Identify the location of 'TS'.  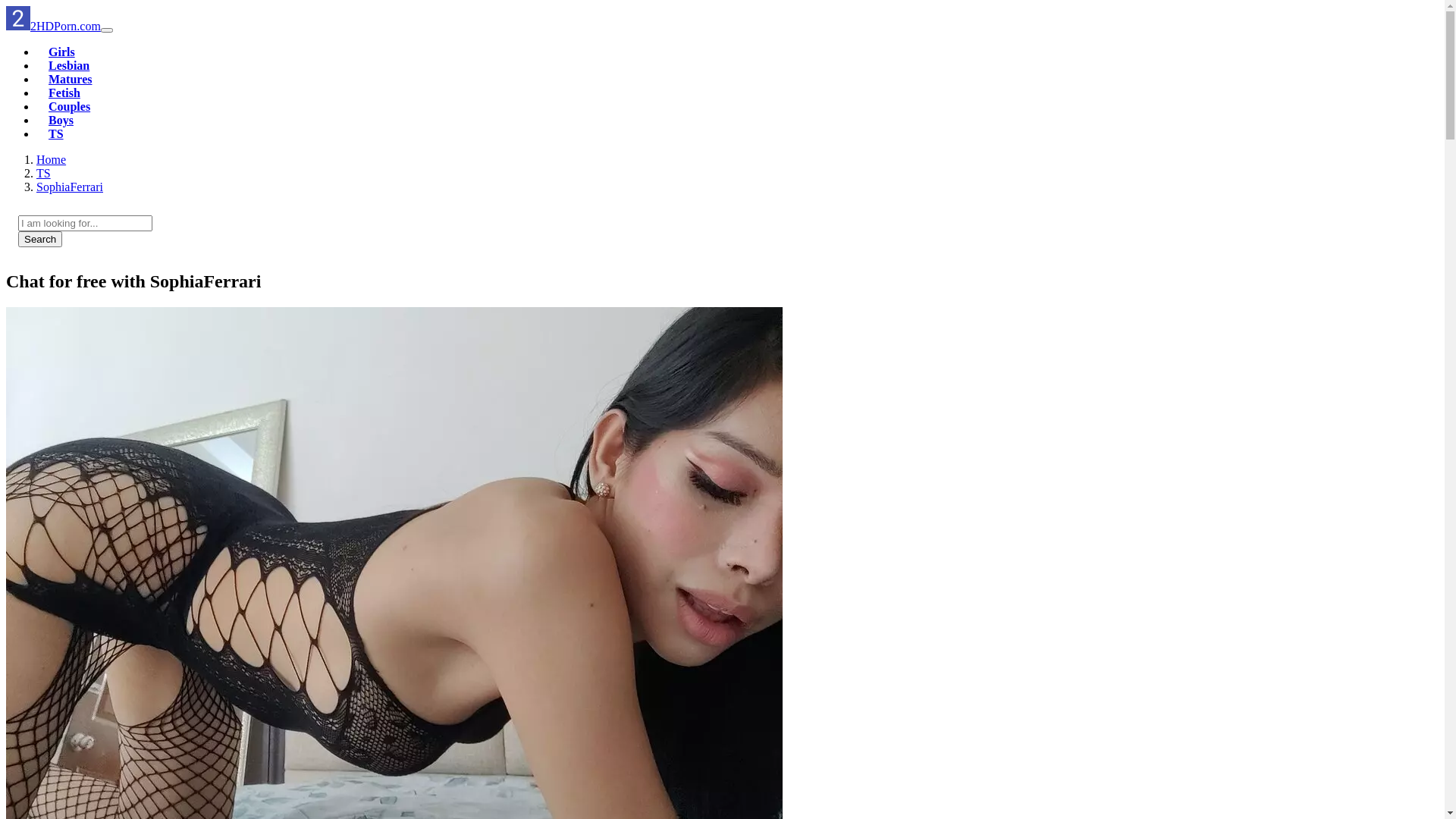
(55, 133).